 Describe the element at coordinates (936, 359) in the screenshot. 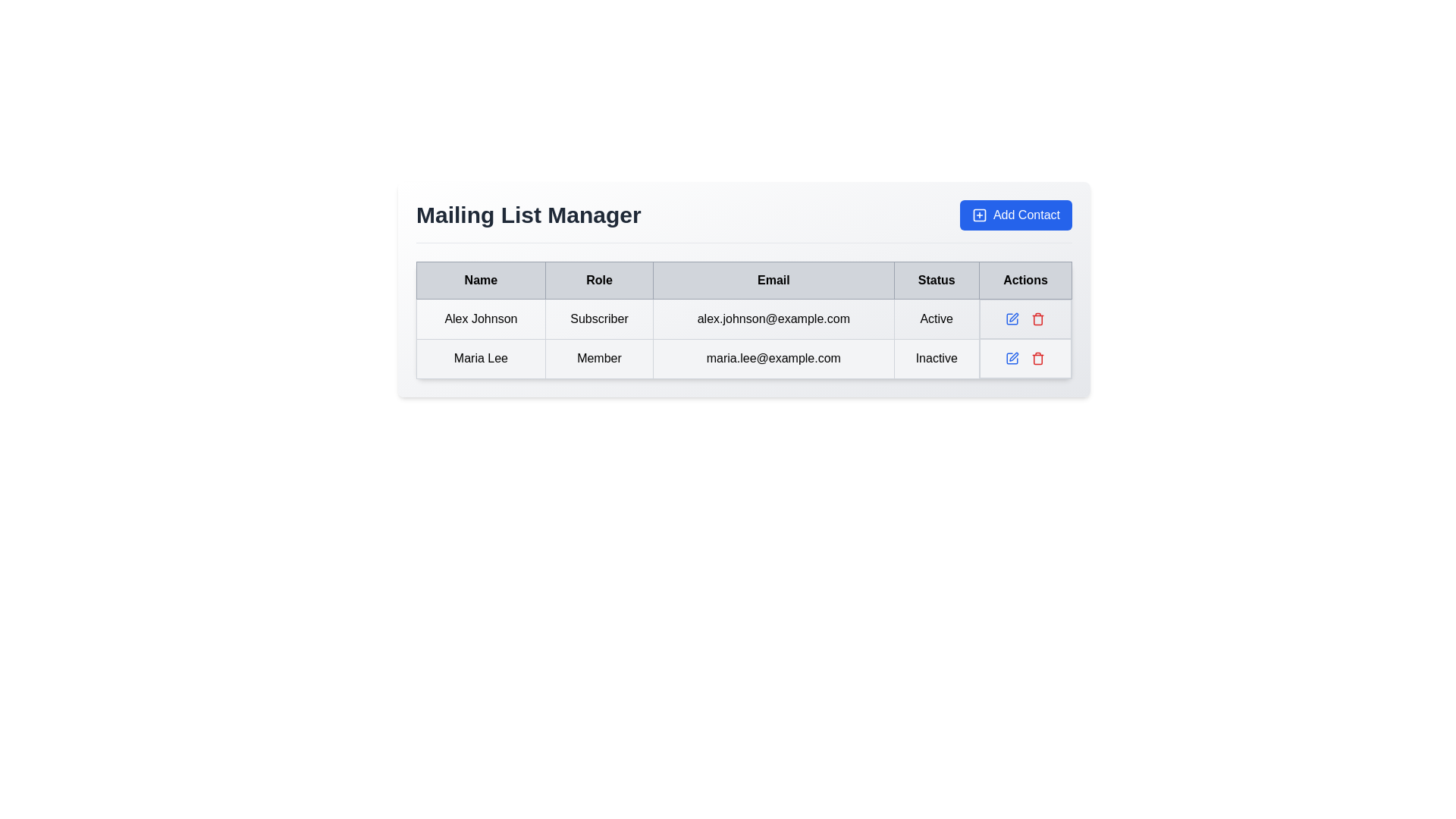

I see `text 'Inactive' displayed in the static text field located in the fourth column of the row for 'Maria Lee' in the Mailing List Manager table` at that location.